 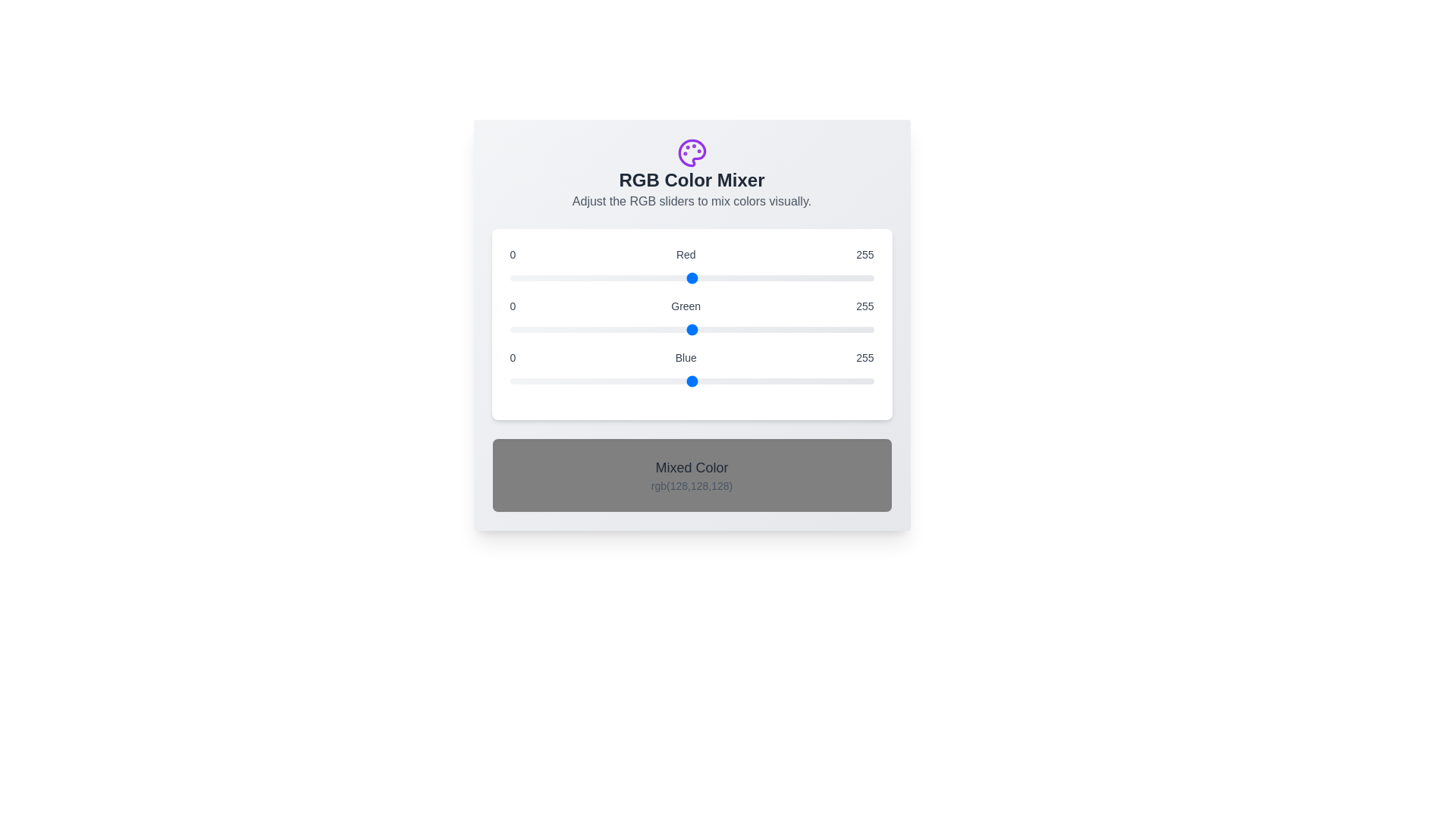 I want to click on the blue slider to a specific value 161 within the range 0 to 255, so click(x=739, y=380).